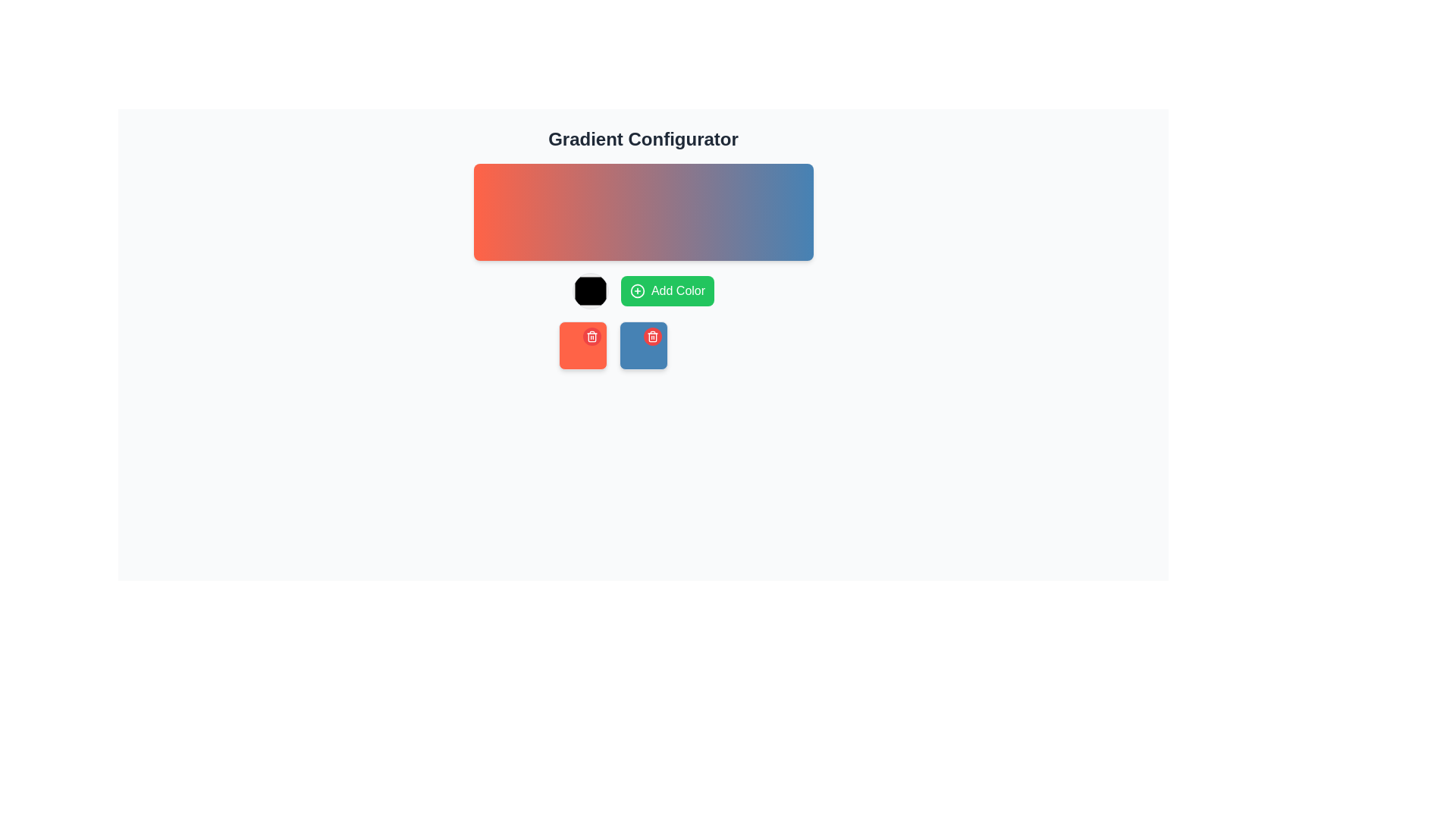  Describe the element at coordinates (667, 291) in the screenshot. I see `the green 'Add Color' button with rounded corners, which features a white text and a circular plus icon, located centrally below the black circular color selector` at that location.